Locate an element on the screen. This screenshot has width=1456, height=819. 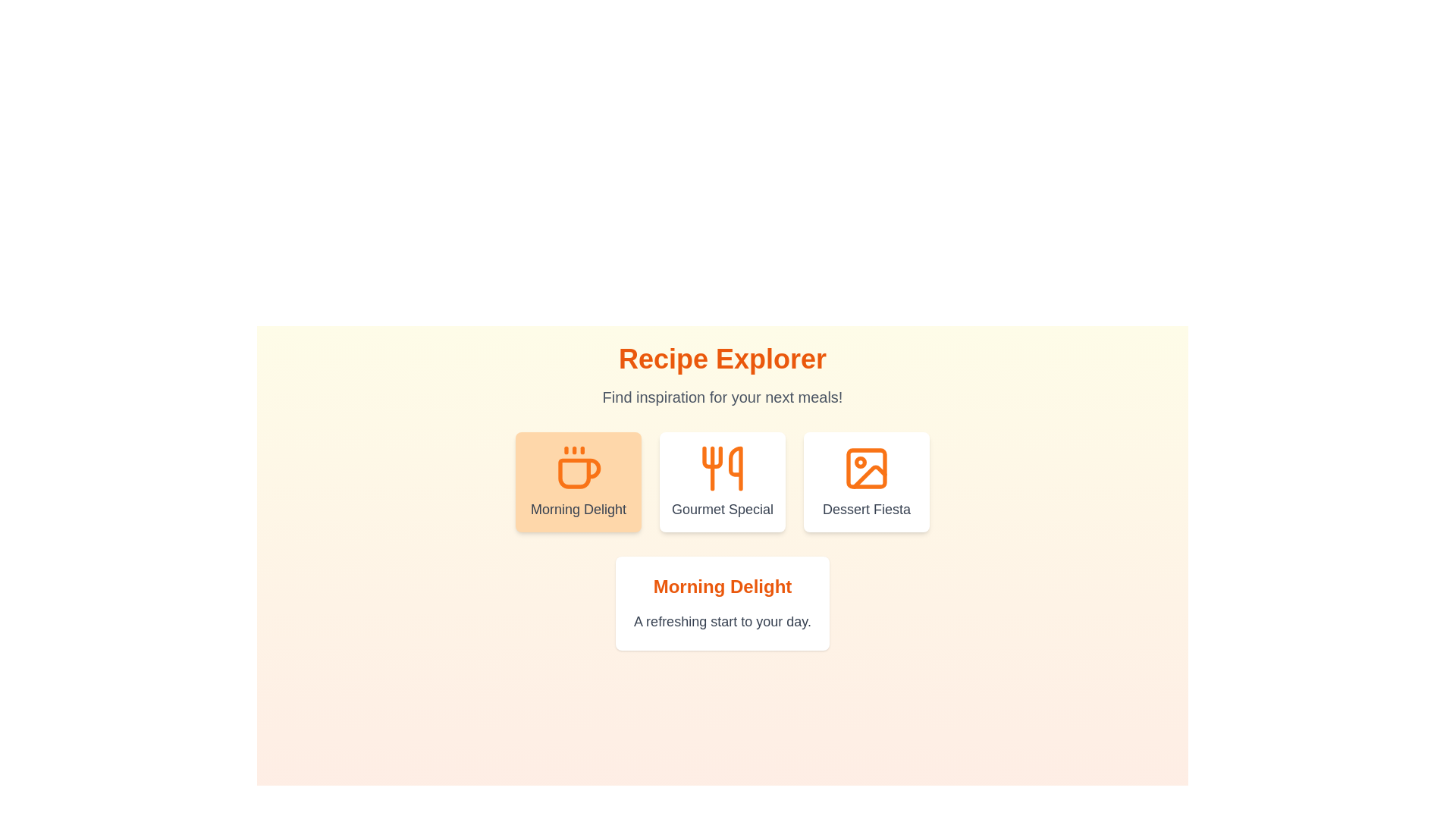
the 'Gourmet Special' icon located at the top center of the middle card in the row of three cards beneath the 'Recipe Explorer' header is located at coordinates (722, 467).